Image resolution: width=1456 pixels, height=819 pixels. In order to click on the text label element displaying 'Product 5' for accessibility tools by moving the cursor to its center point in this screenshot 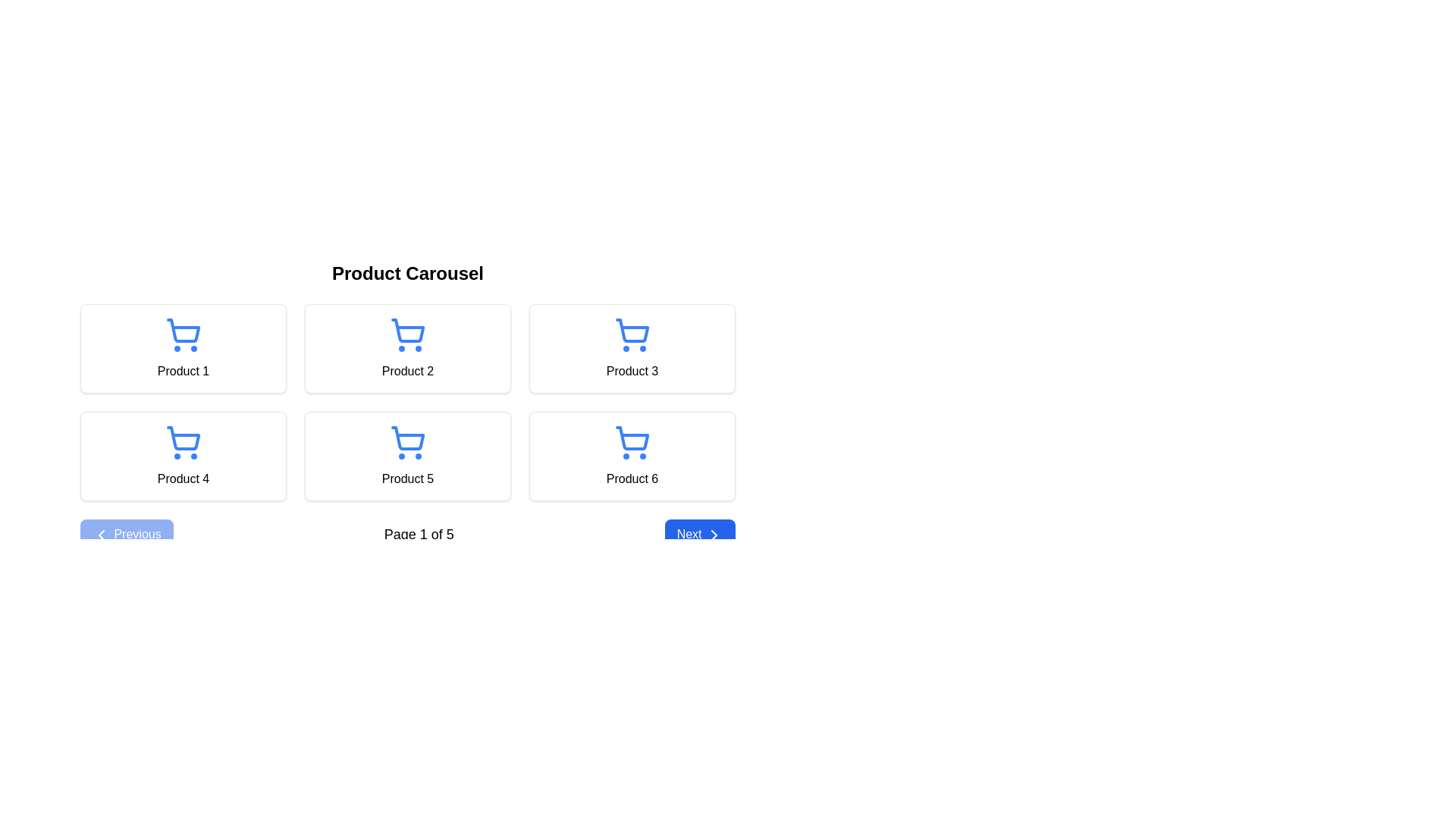, I will do `click(407, 479)`.